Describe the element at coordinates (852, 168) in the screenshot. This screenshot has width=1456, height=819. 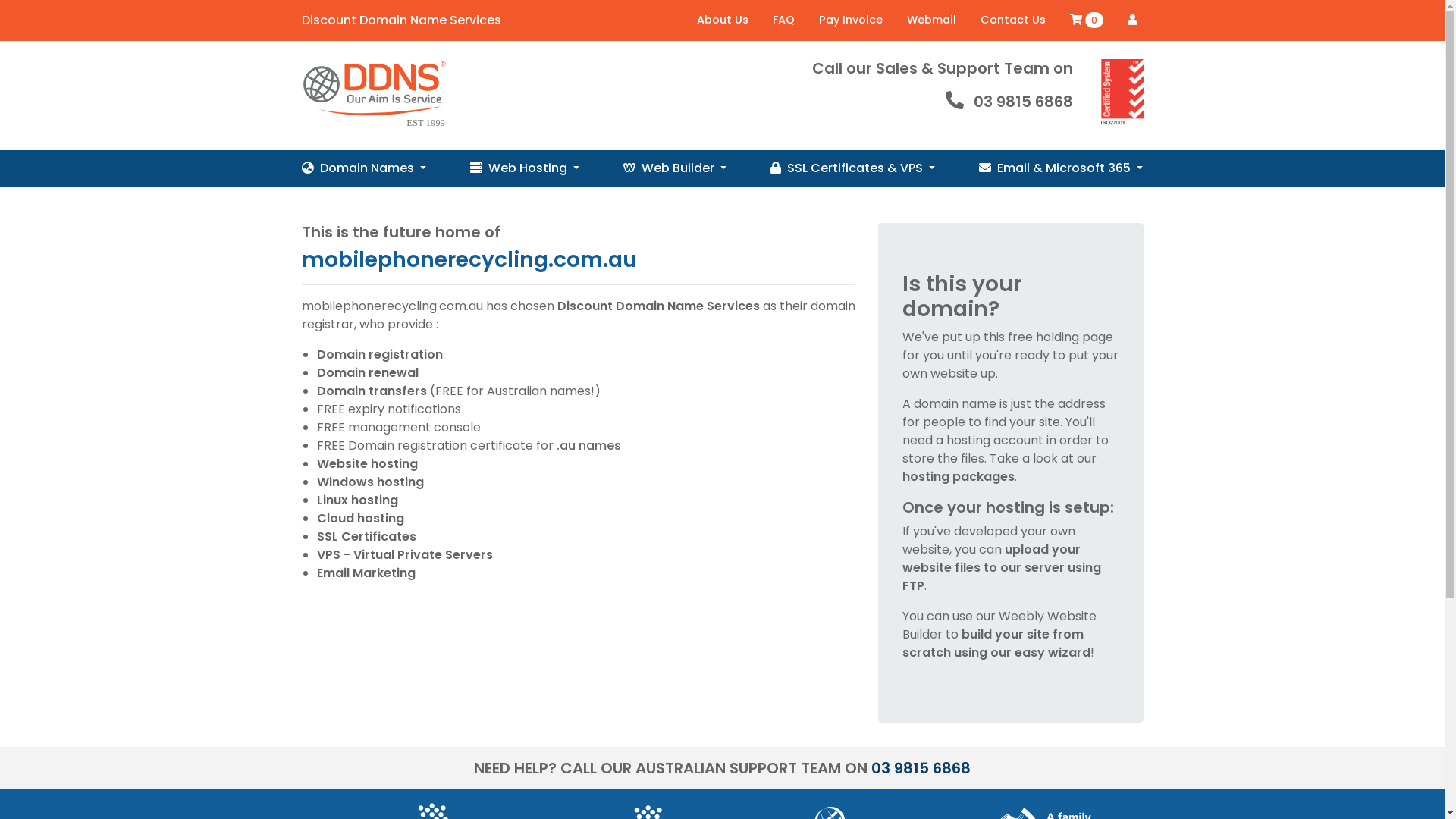
I see `'SSL Certificates & VPS'` at that location.